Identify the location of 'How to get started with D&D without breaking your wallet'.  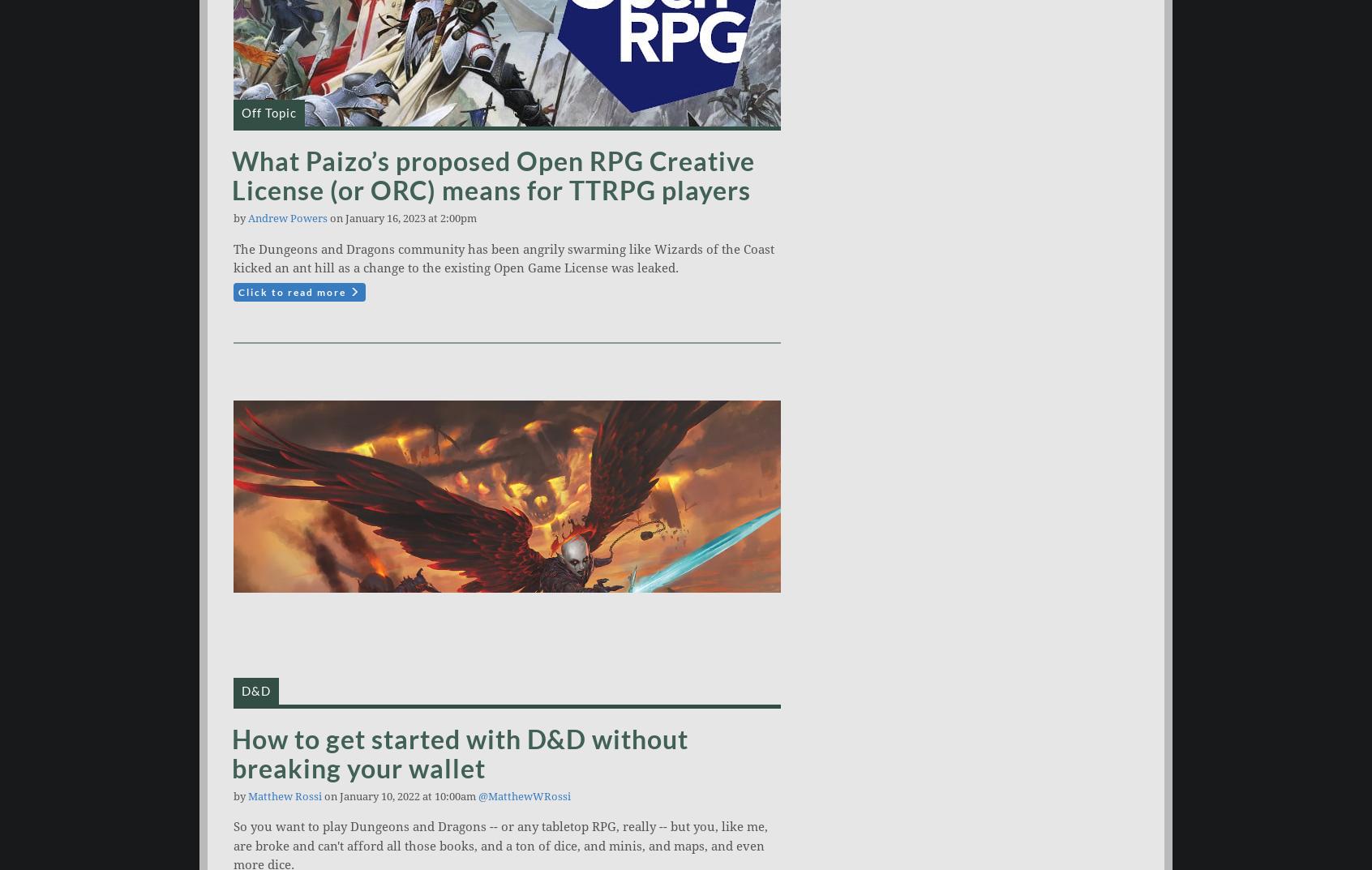
(230, 753).